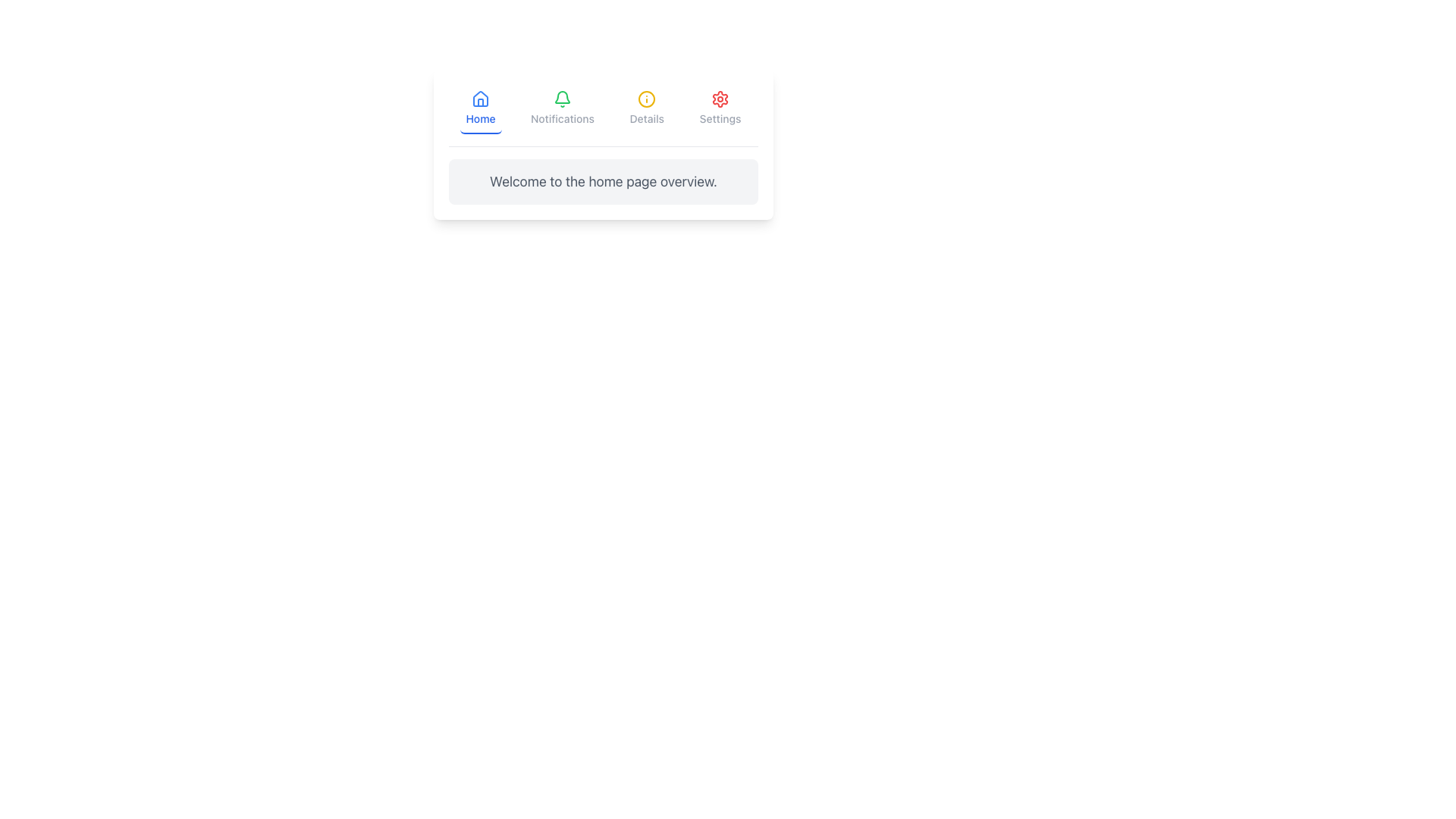  Describe the element at coordinates (603, 180) in the screenshot. I see `the rectangular text box with rounded corners and a light gray background that displays the text 'Welcome to the home page overview.'` at that location.